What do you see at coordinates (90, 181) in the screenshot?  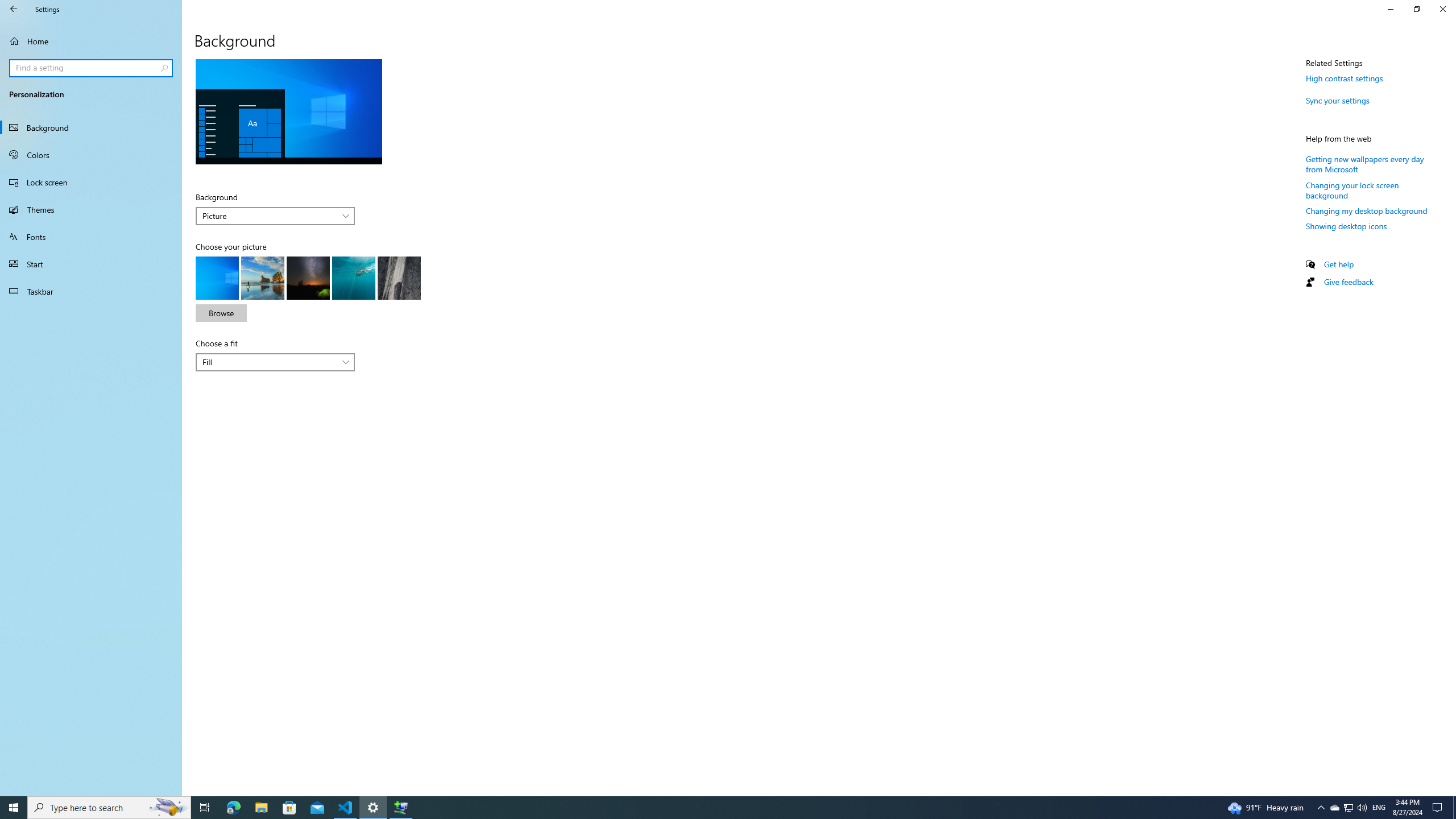 I see `'Lock screen'` at bounding box center [90, 181].